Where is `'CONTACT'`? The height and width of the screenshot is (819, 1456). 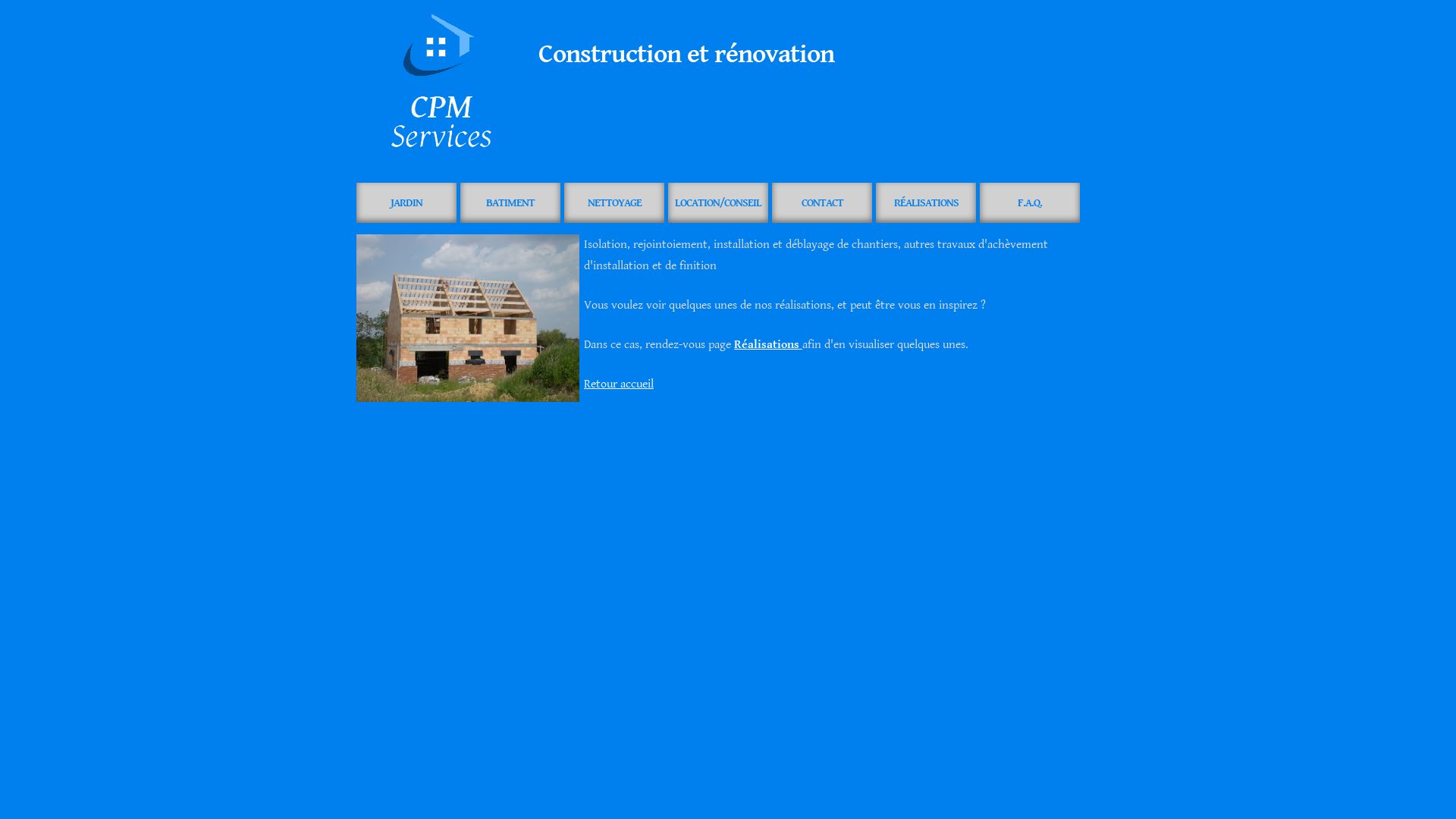 'CONTACT' is located at coordinates (821, 202).